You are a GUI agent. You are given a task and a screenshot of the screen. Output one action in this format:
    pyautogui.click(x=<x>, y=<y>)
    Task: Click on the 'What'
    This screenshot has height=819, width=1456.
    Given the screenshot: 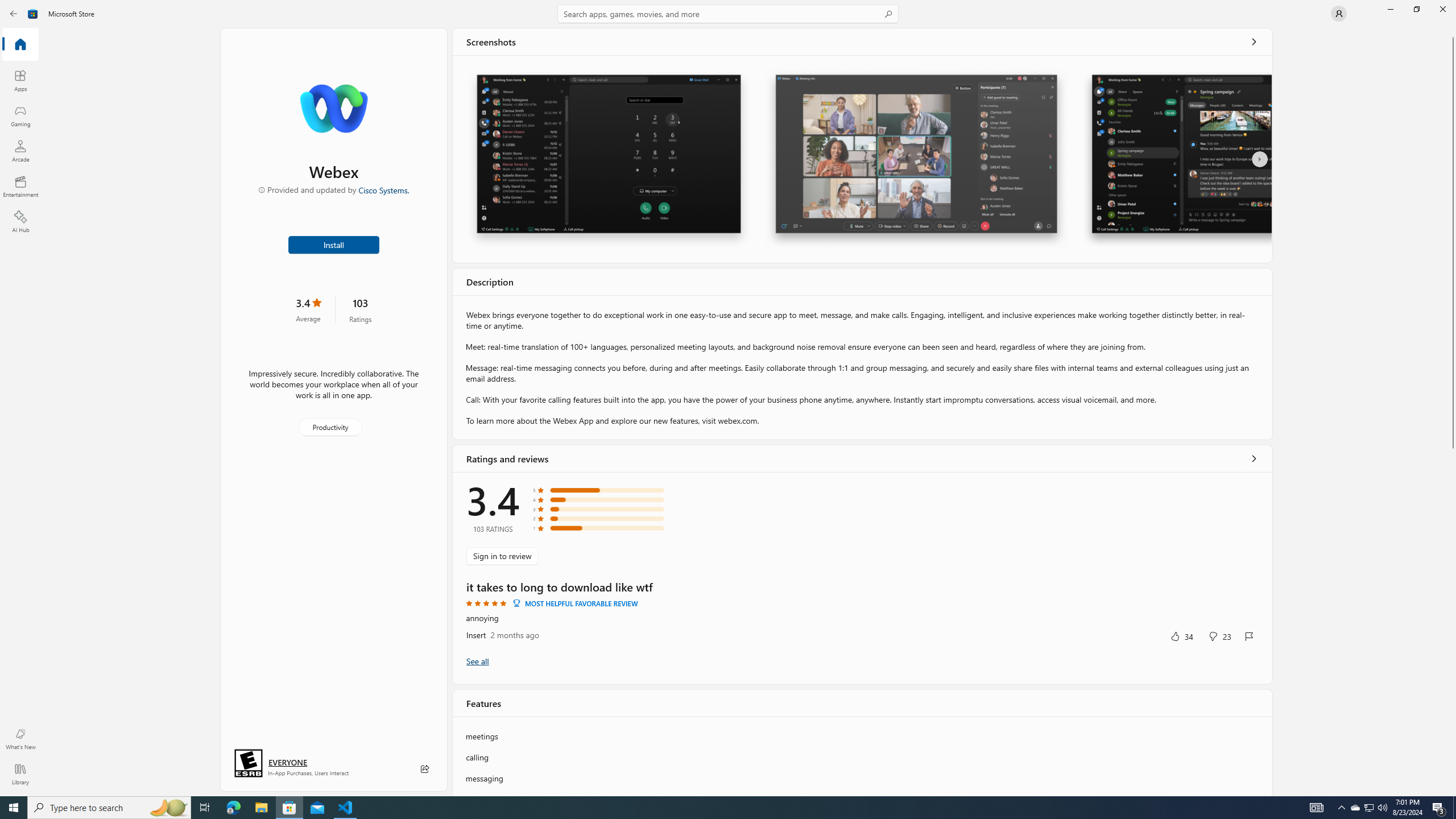 What is the action you would take?
    pyautogui.click(x=19, y=738)
    